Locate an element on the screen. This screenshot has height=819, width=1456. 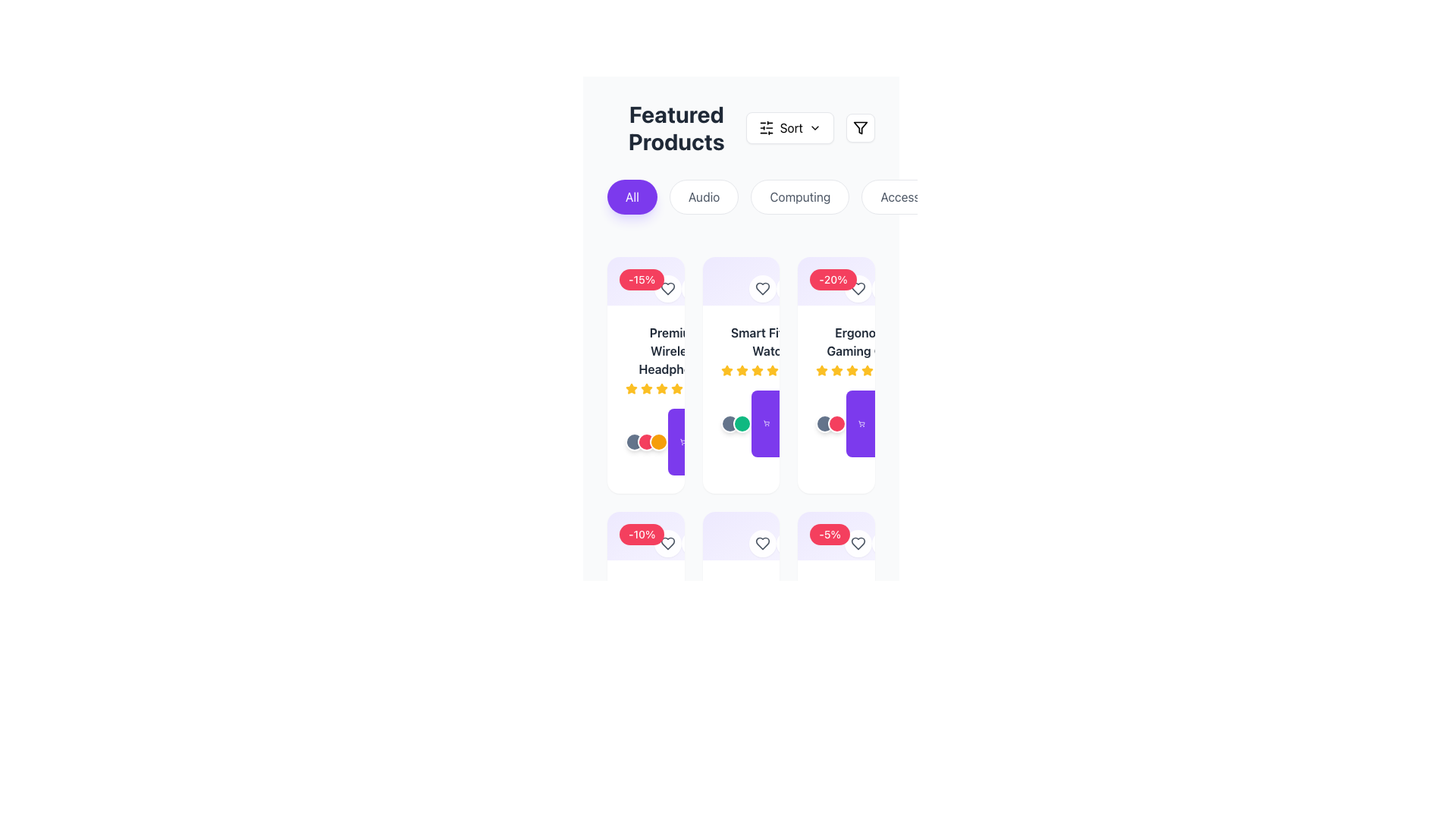
the favorite button located in the top-right corner of the product card, adjacent to the discount badge, to mark the product as favorite is located at coordinates (858, 543).